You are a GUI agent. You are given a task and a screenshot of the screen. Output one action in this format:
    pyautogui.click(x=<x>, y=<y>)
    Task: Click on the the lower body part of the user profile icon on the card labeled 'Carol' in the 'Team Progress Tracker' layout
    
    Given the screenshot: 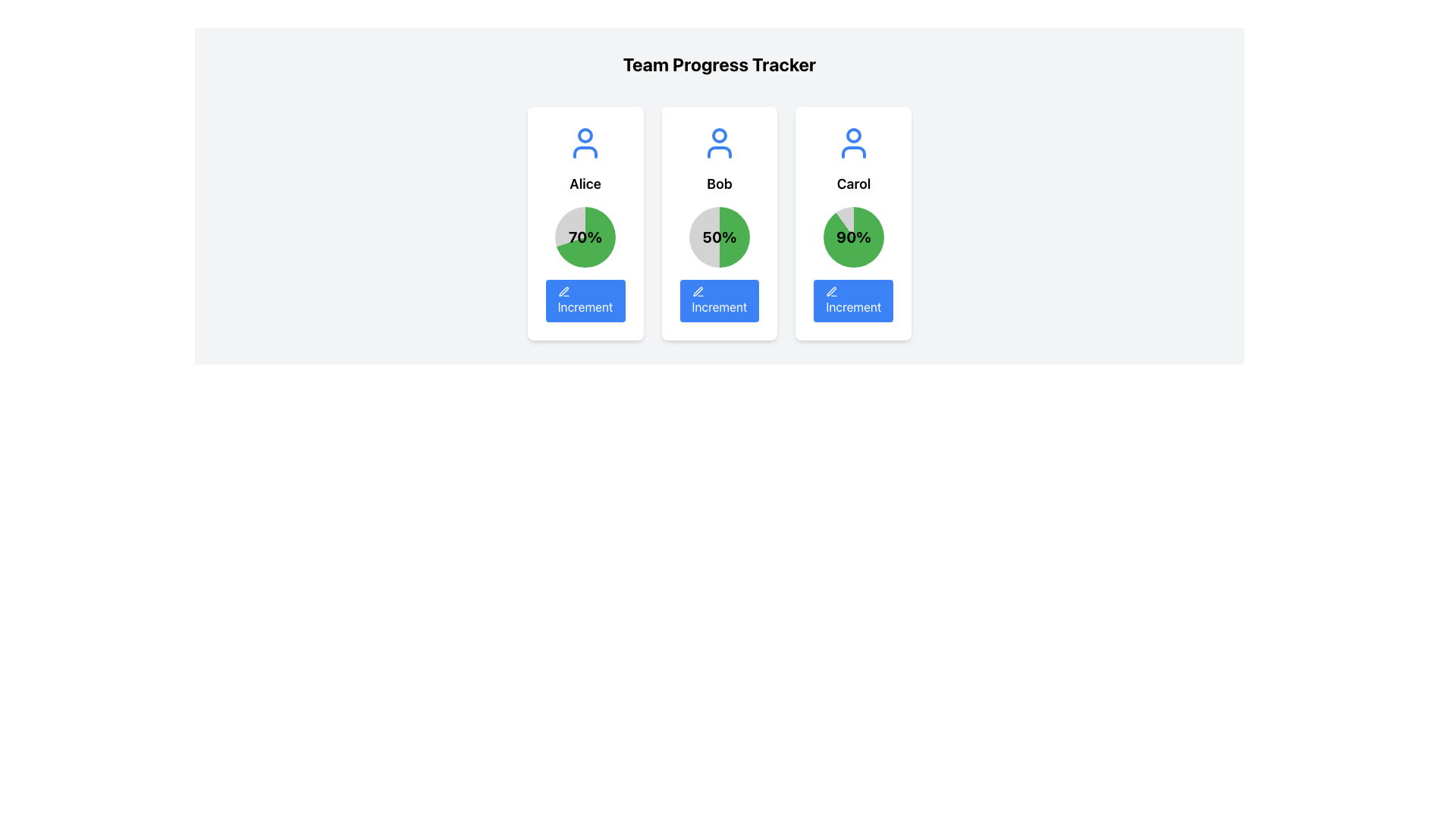 What is the action you would take?
    pyautogui.click(x=853, y=152)
    